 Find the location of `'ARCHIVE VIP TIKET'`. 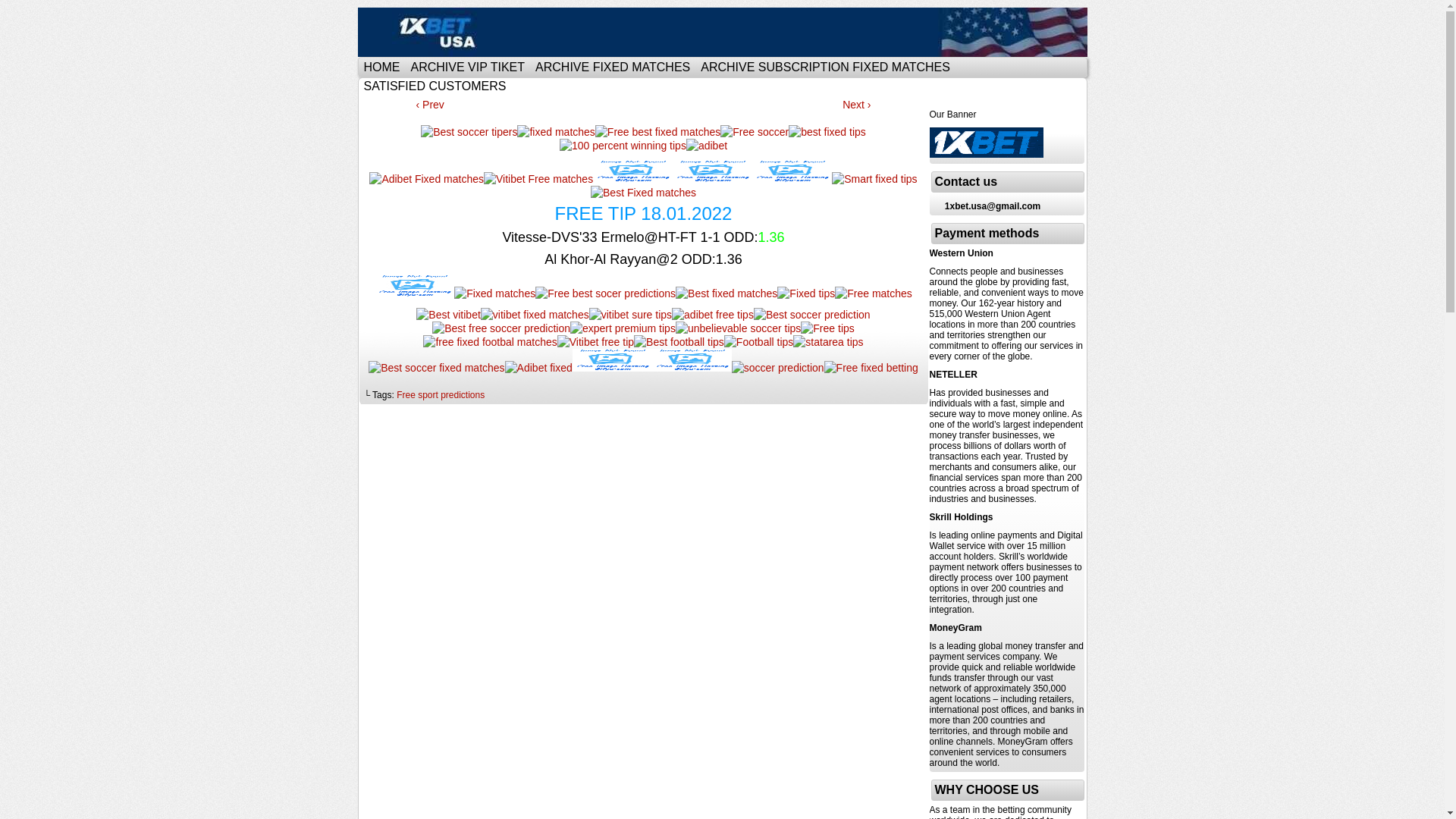

'ARCHIVE VIP TIKET' is located at coordinates (466, 66).